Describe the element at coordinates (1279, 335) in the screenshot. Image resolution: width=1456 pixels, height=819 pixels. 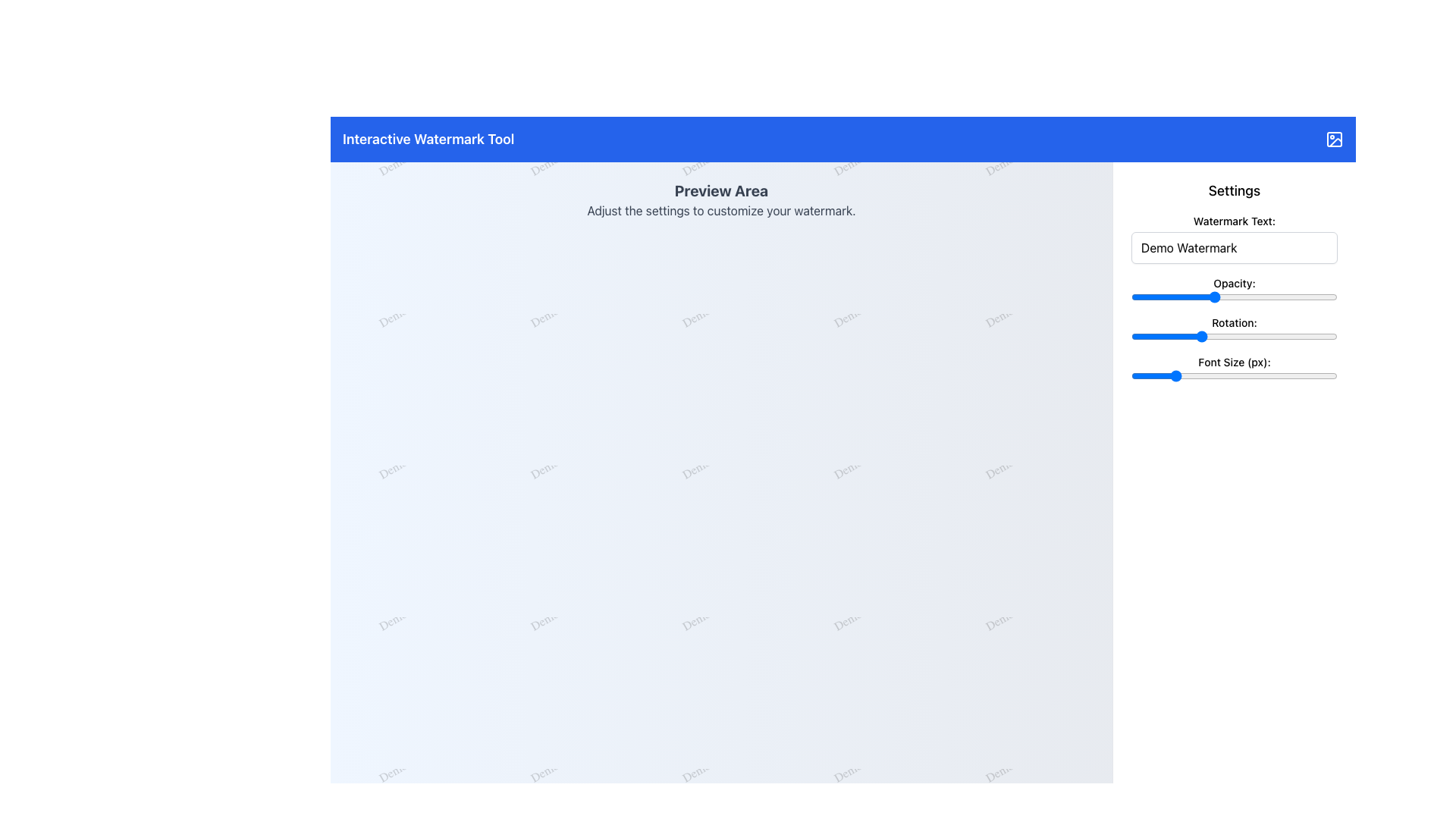
I see `rotation` at that location.